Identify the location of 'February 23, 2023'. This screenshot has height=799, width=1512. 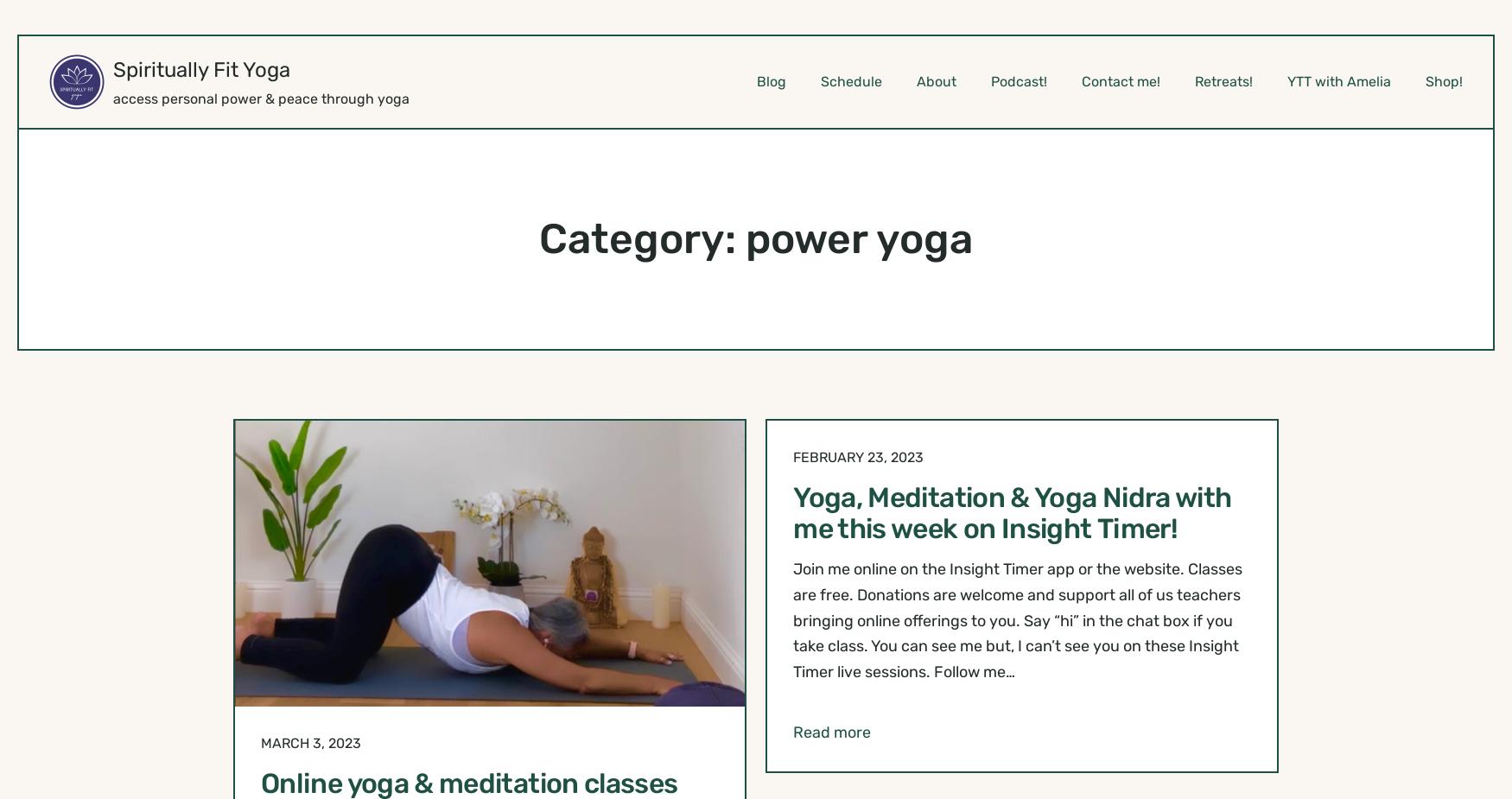
(792, 456).